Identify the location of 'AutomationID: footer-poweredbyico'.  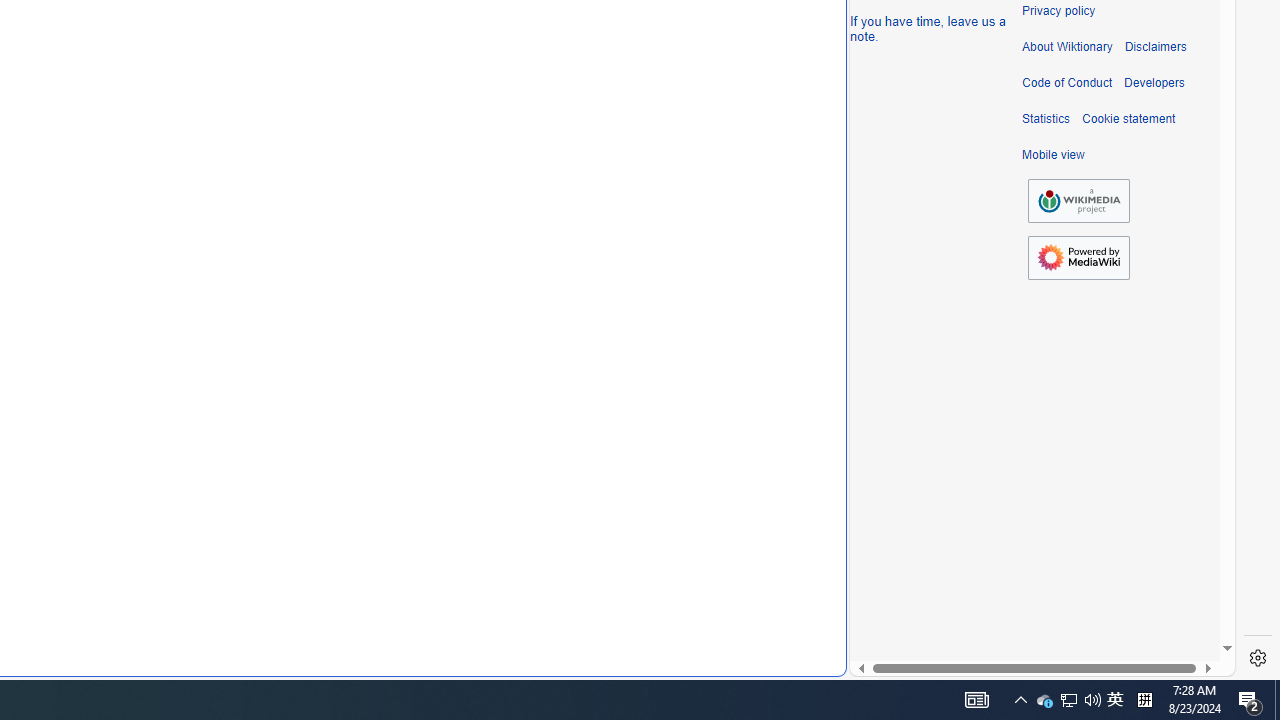
(1078, 257).